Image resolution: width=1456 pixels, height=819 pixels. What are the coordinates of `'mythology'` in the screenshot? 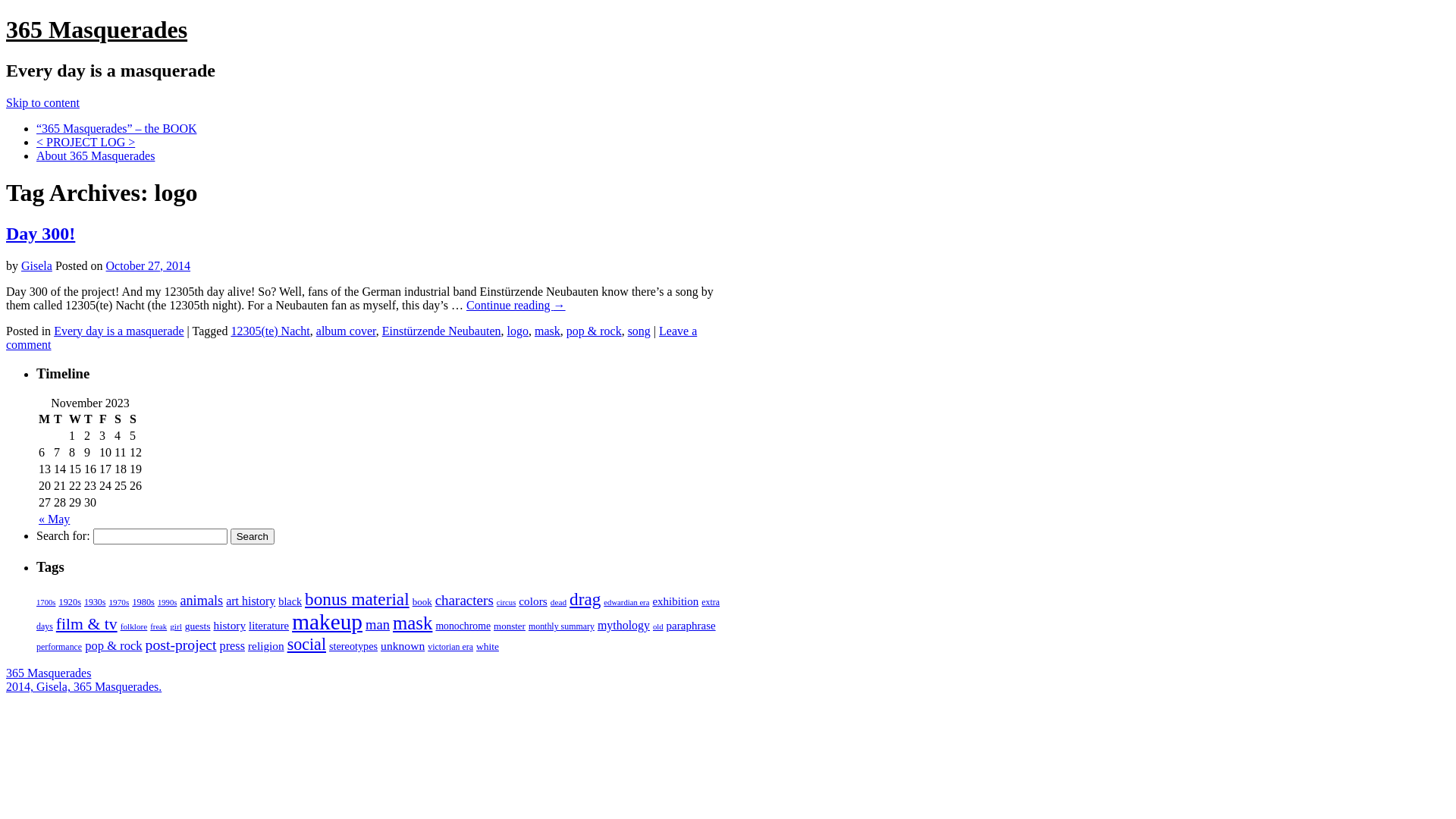 It's located at (623, 625).